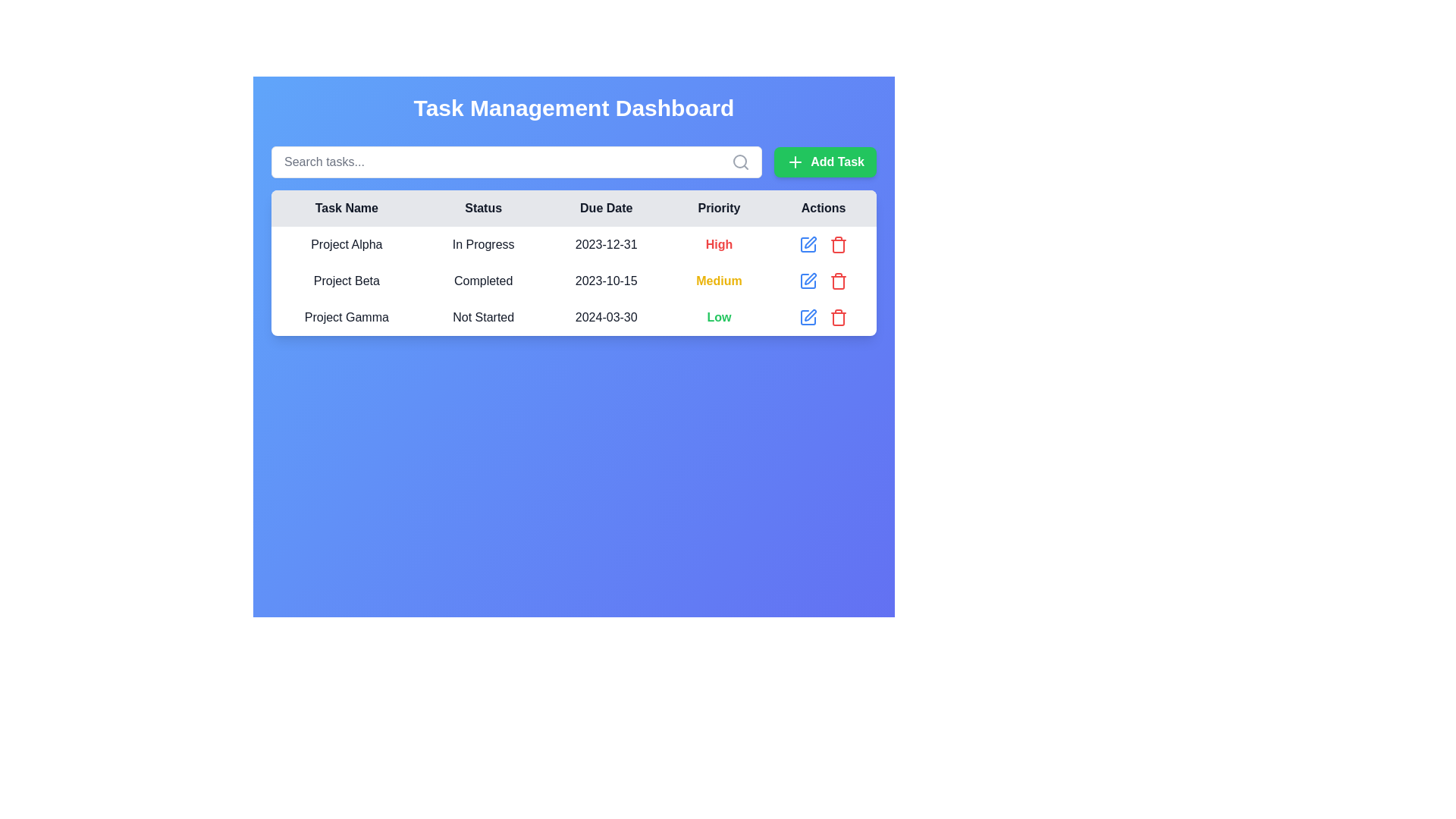 This screenshot has height=819, width=1456. What do you see at coordinates (346, 208) in the screenshot?
I see `the 'Task Name' table header located in the first column of the task management table` at bounding box center [346, 208].